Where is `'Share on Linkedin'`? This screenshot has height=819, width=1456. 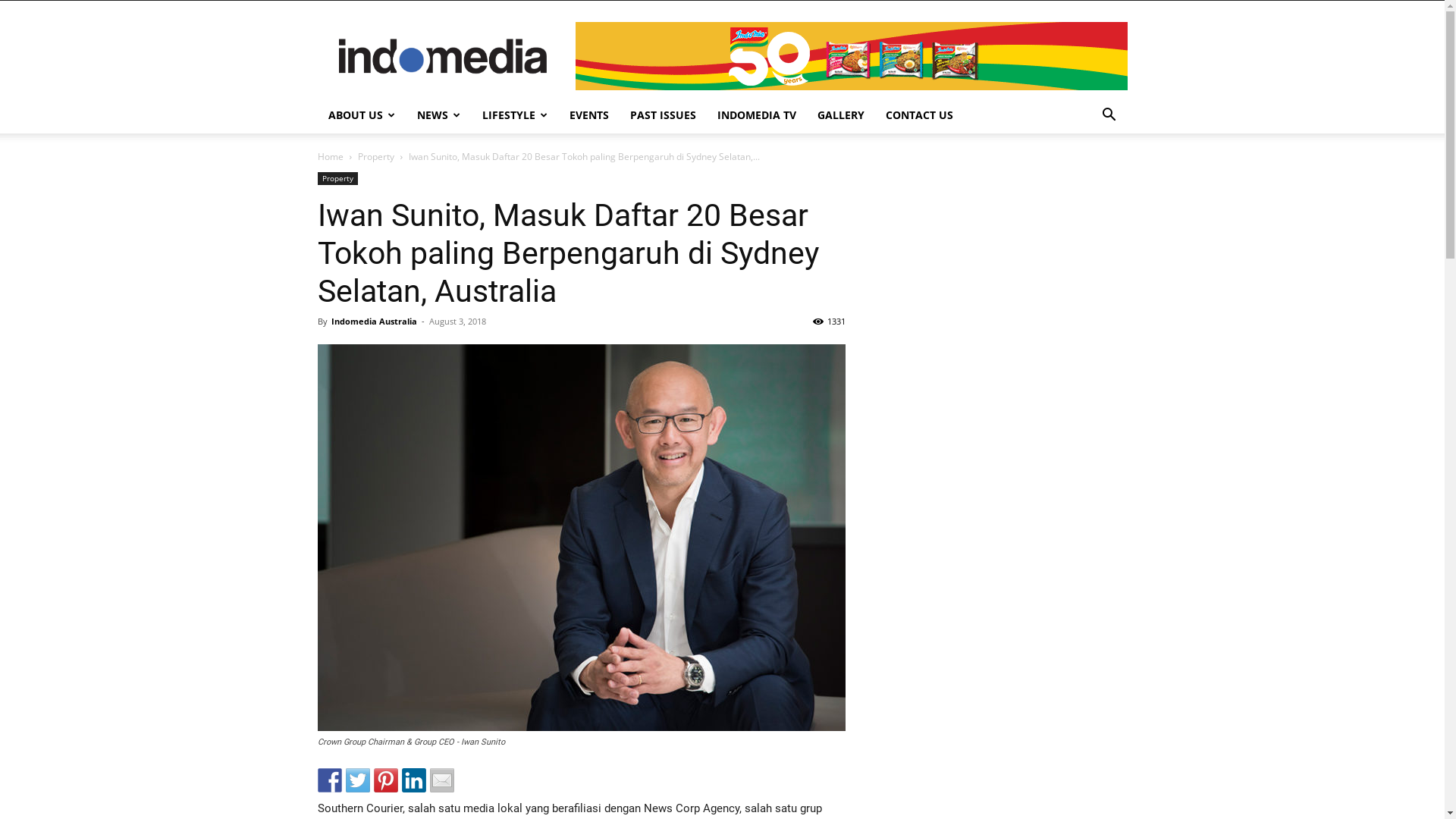
'Share on Linkedin' is located at coordinates (401, 780).